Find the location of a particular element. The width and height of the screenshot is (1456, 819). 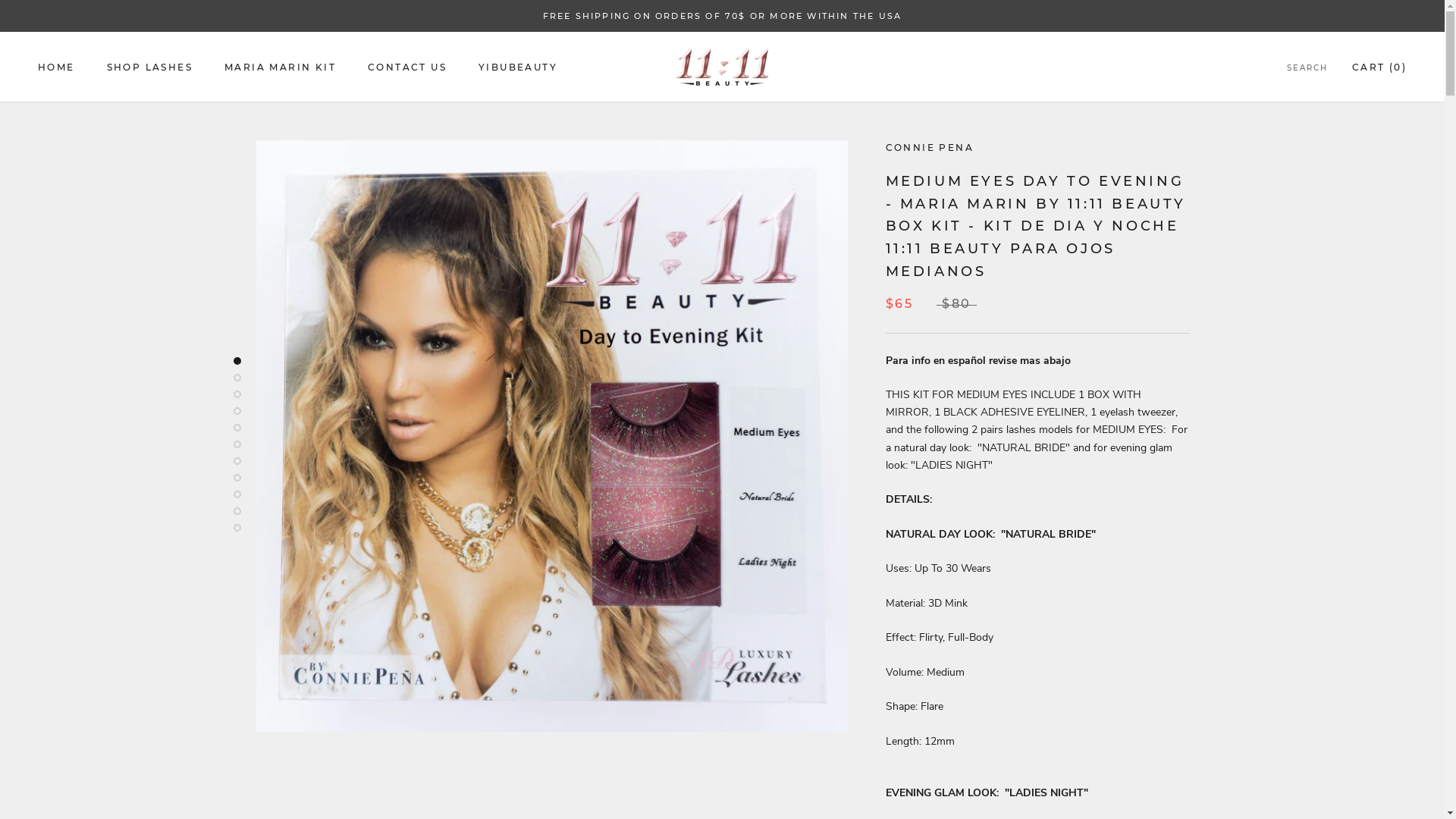

'SEARCH' is located at coordinates (1306, 68).